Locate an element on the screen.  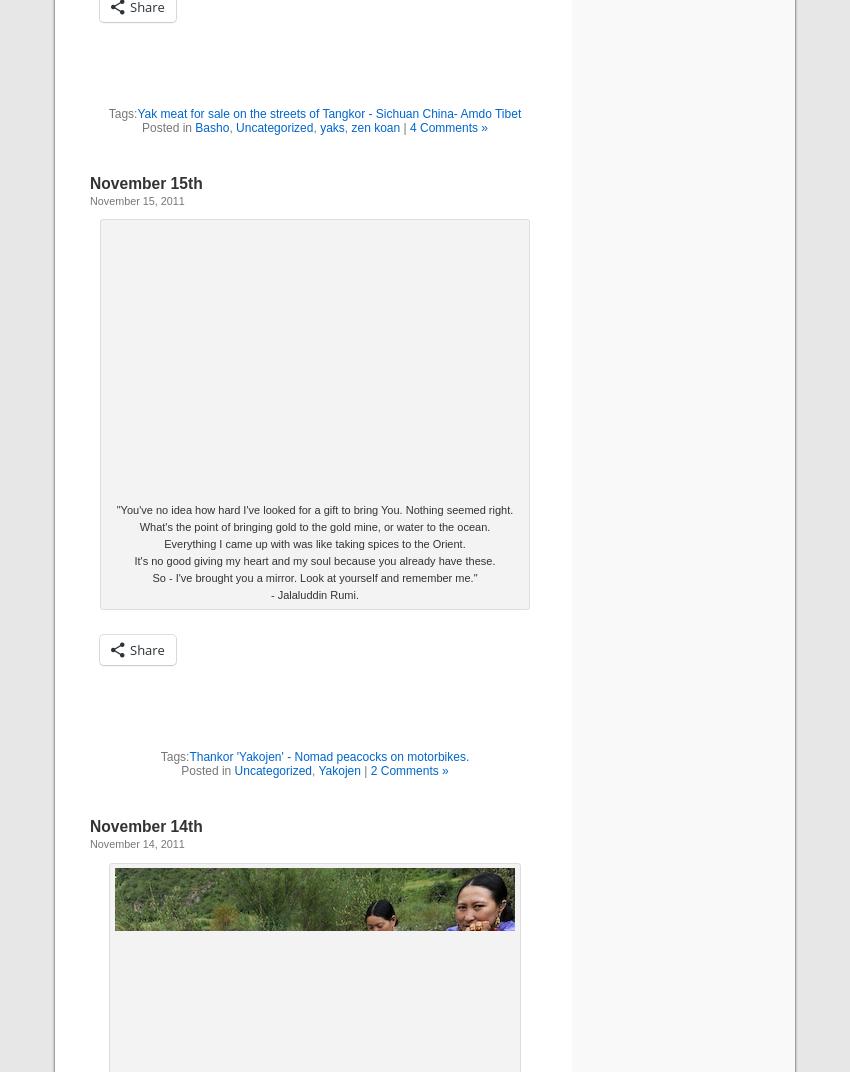
'So - I've brought you a mirror. Look at yourself and  remember me."' is located at coordinates (314, 577).